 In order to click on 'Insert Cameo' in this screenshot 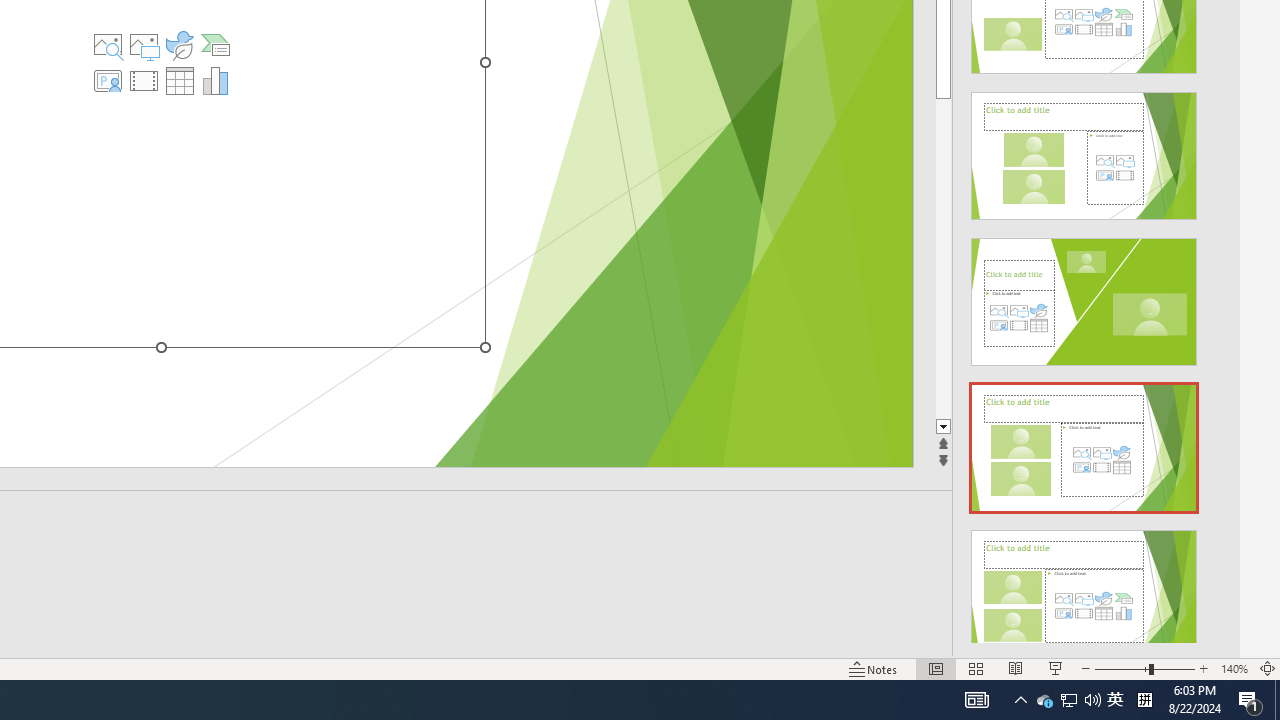, I will do `click(107, 80)`.